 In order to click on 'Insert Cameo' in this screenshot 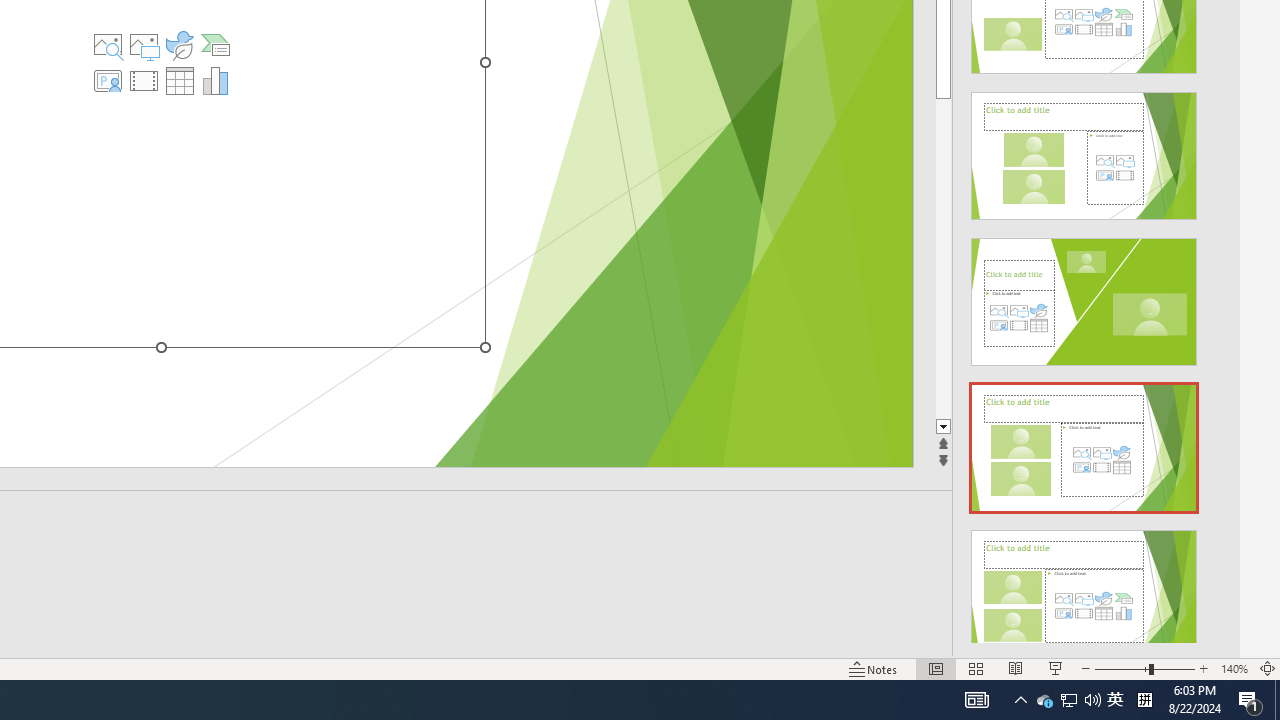, I will do `click(107, 80)`.